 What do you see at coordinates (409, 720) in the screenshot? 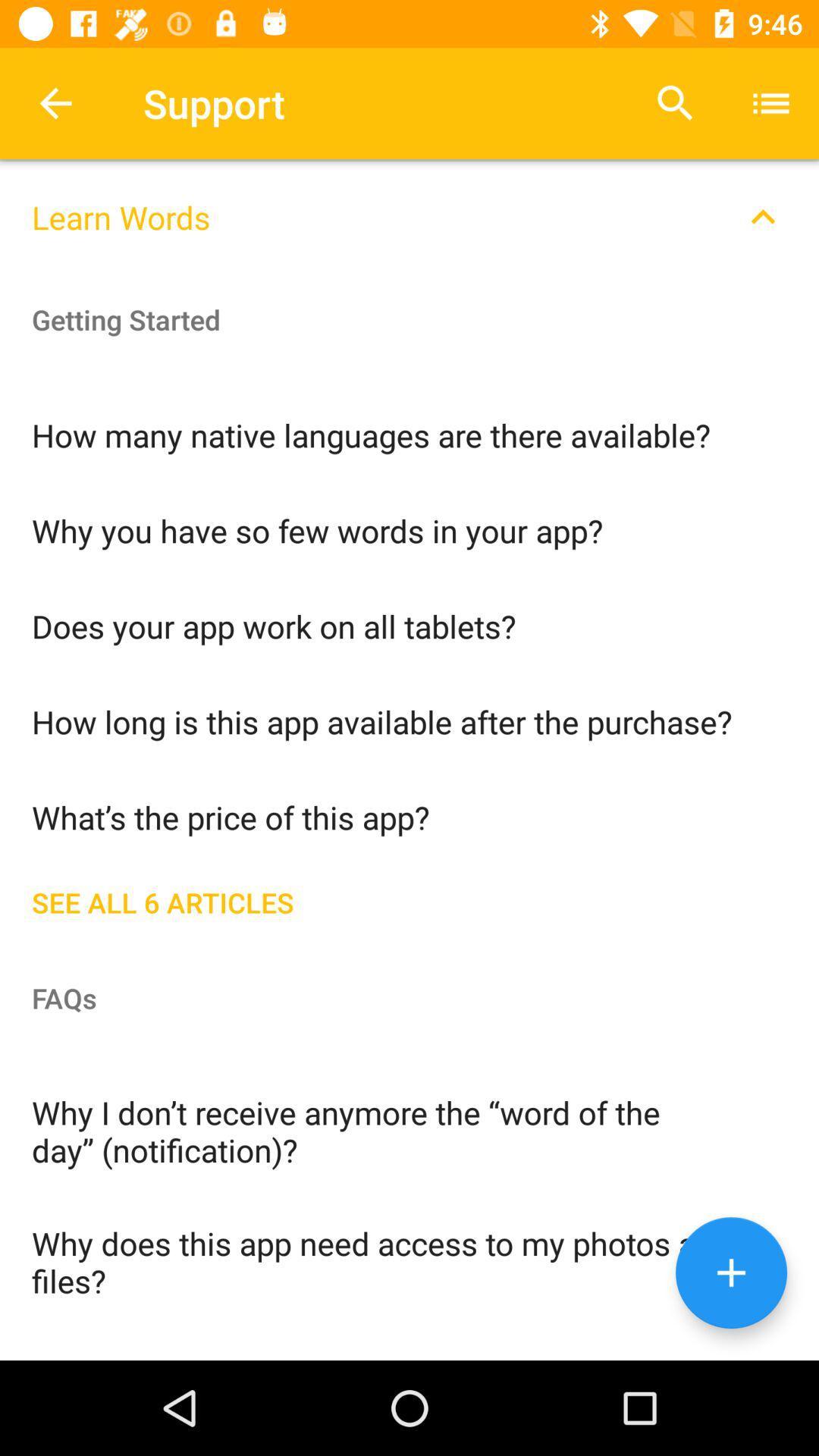
I see `the how long is icon` at bounding box center [409, 720].